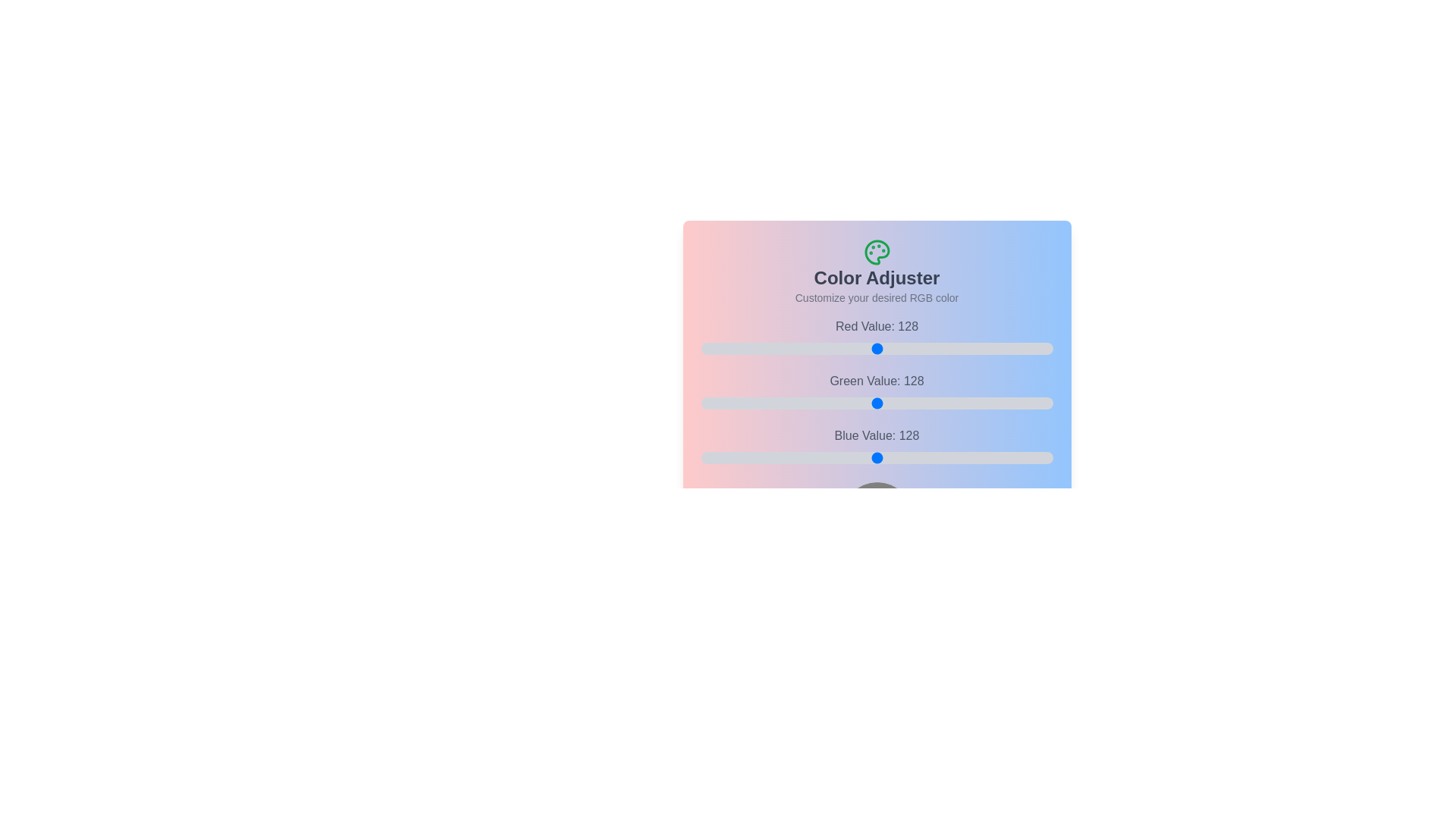 The image size is (1456, 819). Describe the element at coordinates (960, 403) in the screenshot. I see `the 1 slider to 122` at that location.